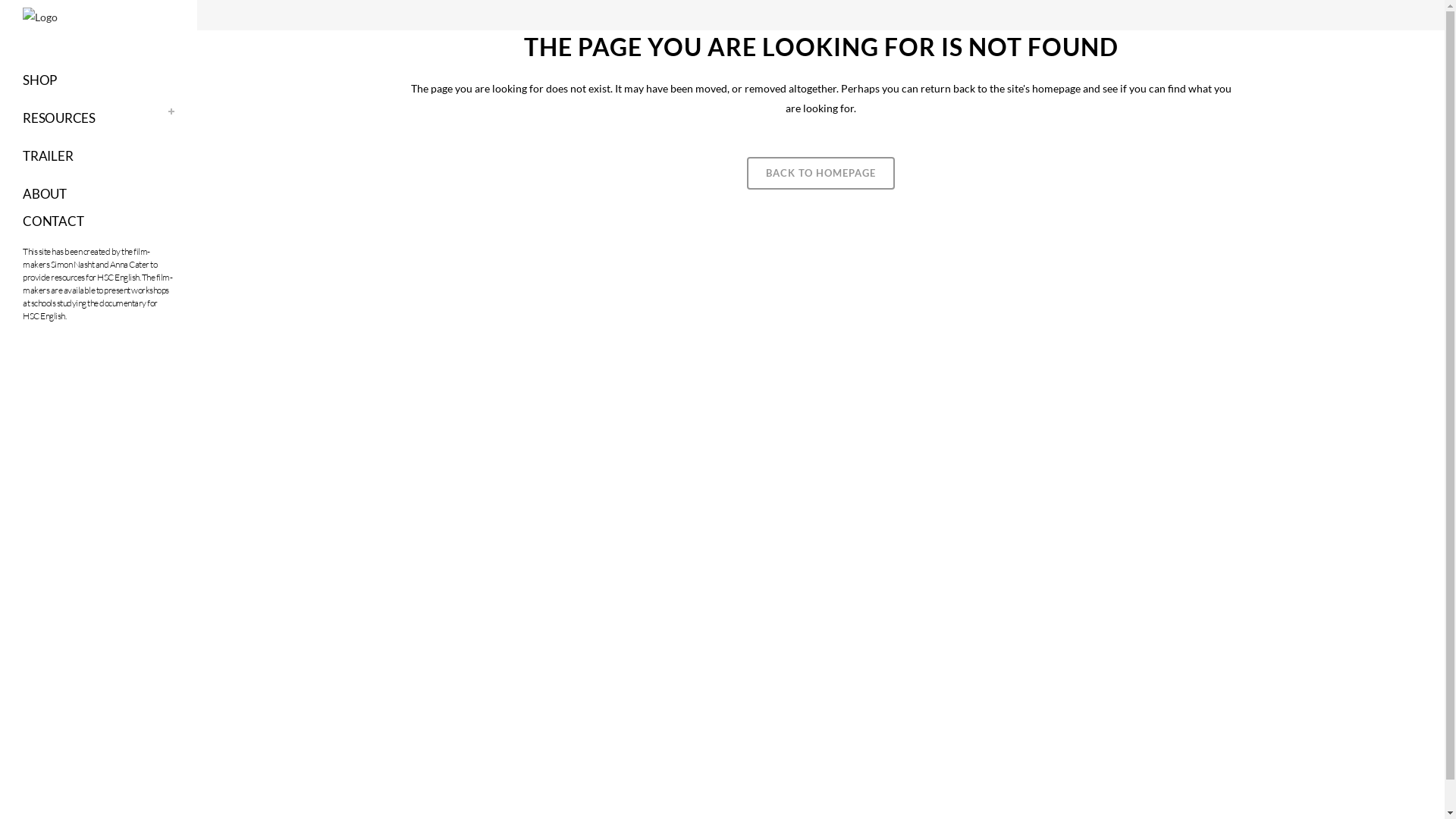 The width and height of the screenshot is (1456, 819). I want to click on 'ABOUT', so click(97, 193).